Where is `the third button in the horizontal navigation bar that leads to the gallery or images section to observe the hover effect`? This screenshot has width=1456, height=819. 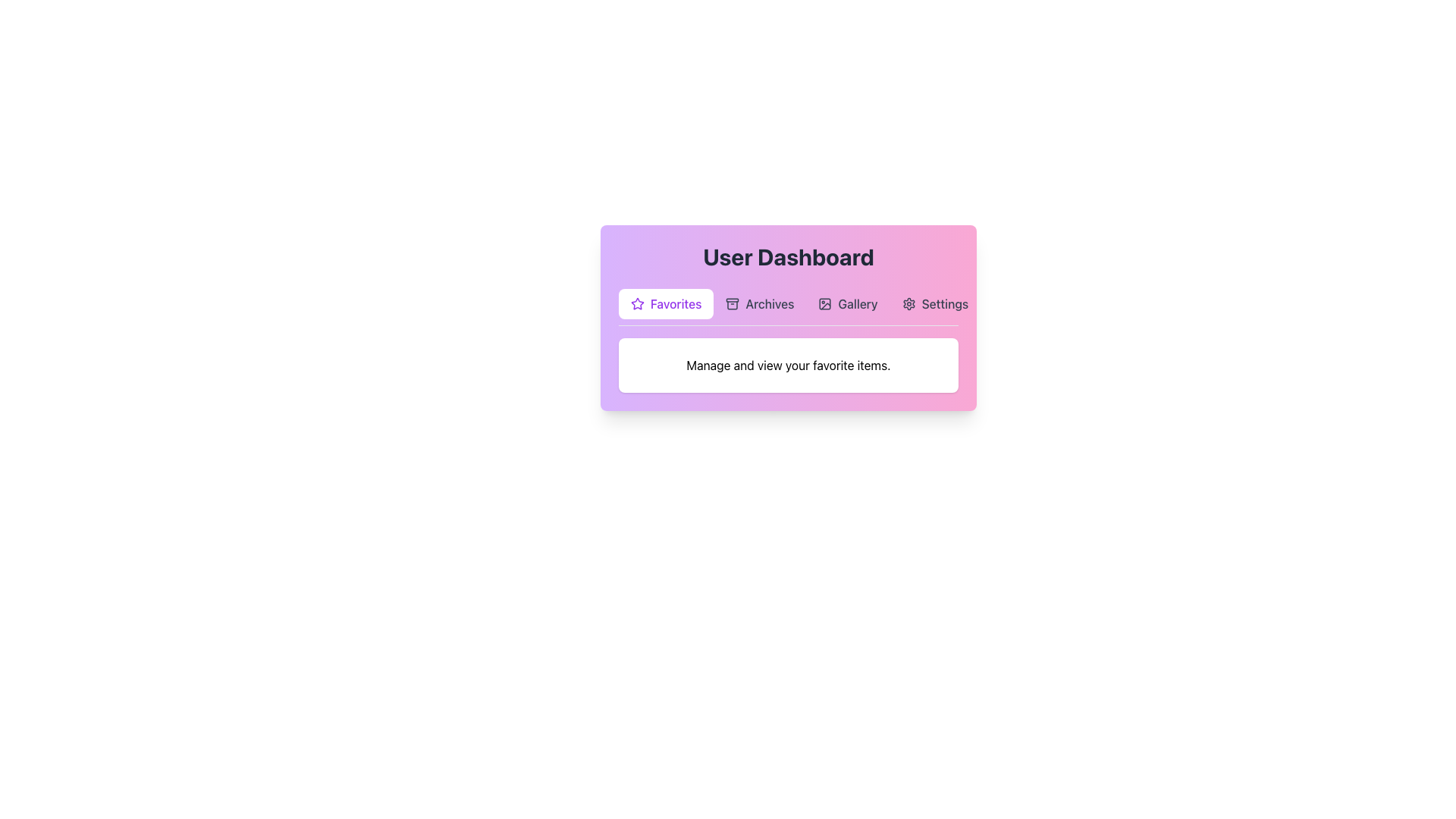 the third button in the horizontal navigation bar that leads to the gallery or images section to observe the hover effect is located at coordinates (847, 304).